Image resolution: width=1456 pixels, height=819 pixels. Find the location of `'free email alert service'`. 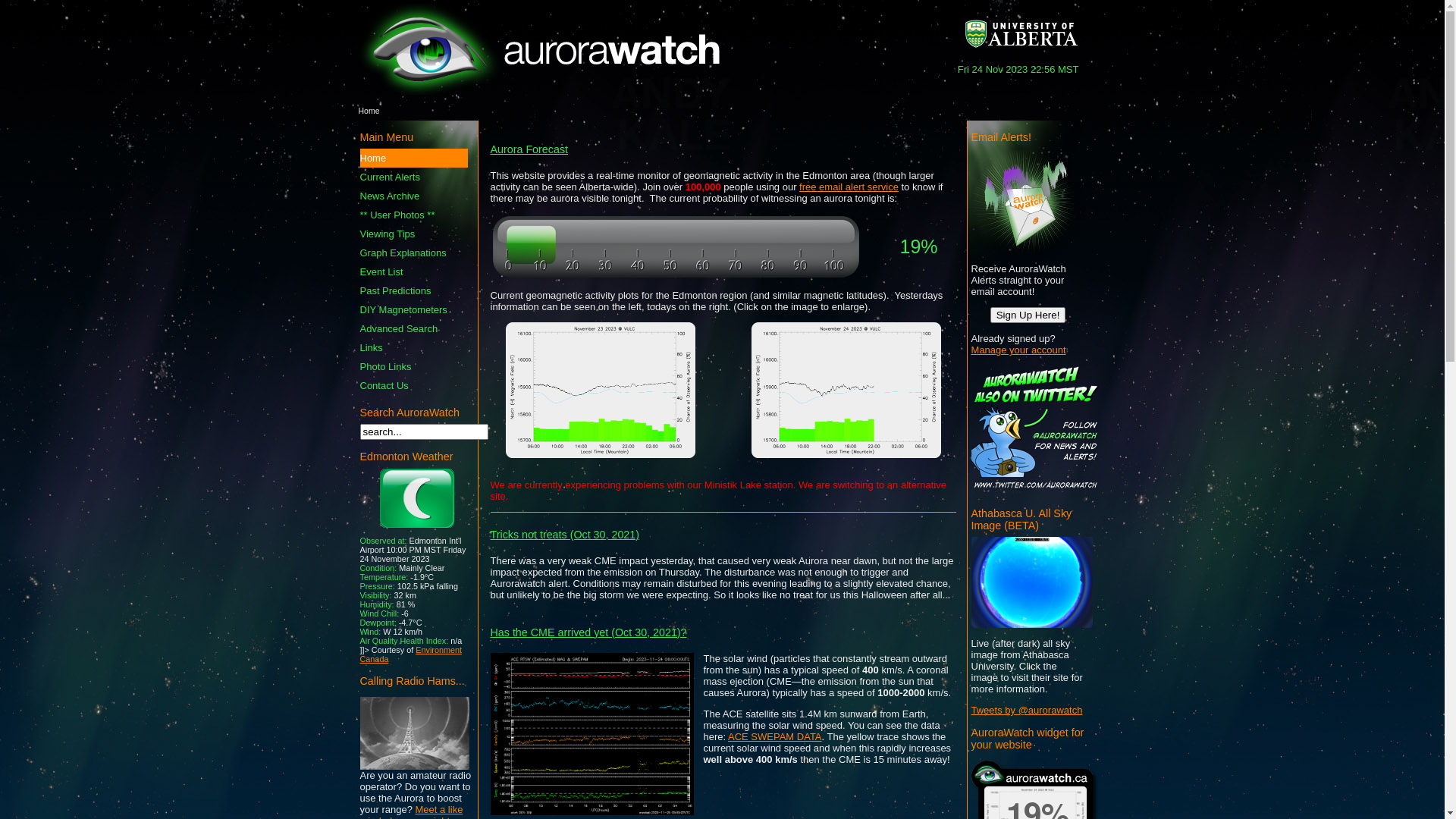

'free email alert service' is located at coordinates (848, 186).